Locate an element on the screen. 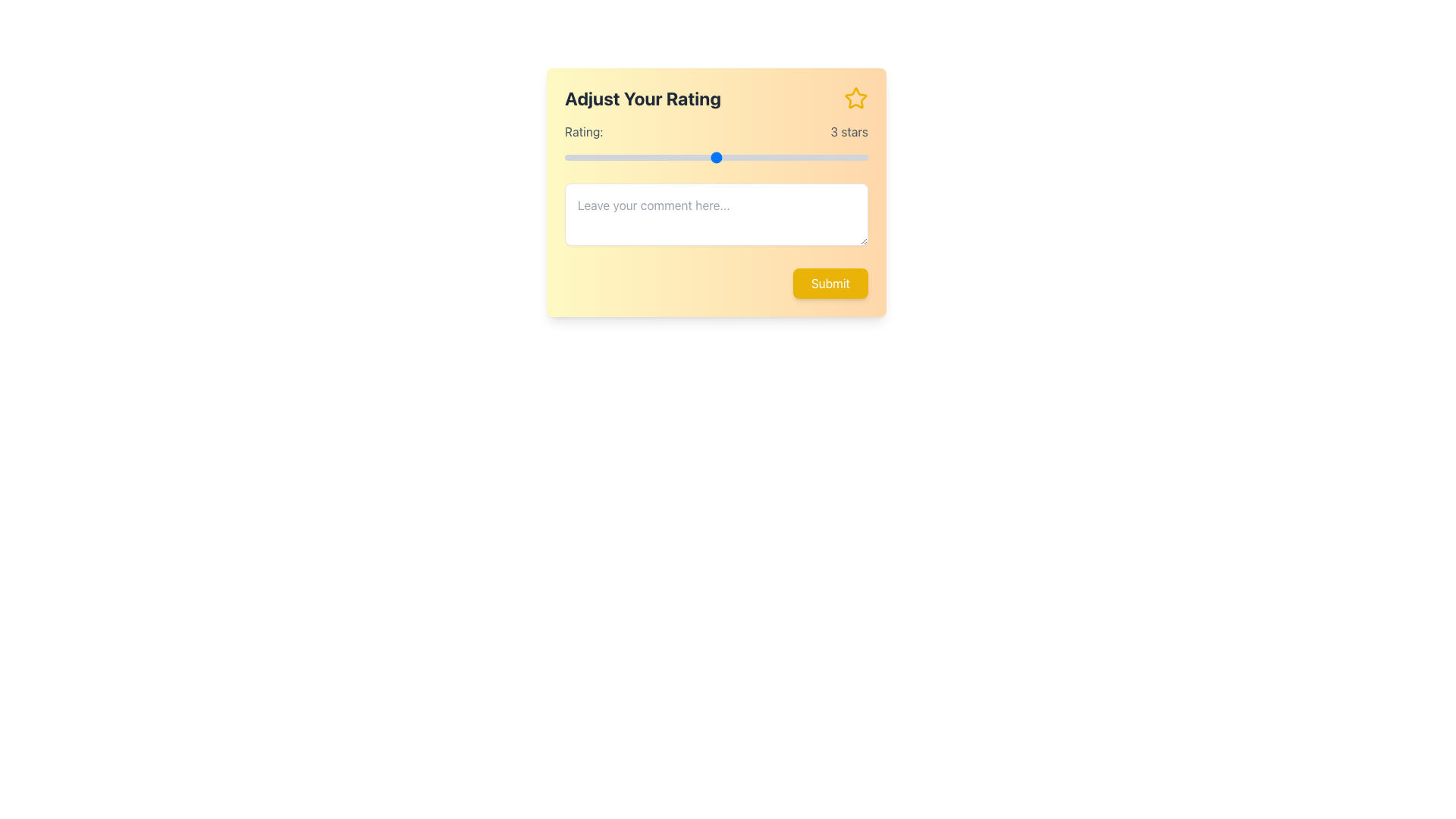 This screenshot has width=1456, height=819. the slider is located at coordinates (563, 158).